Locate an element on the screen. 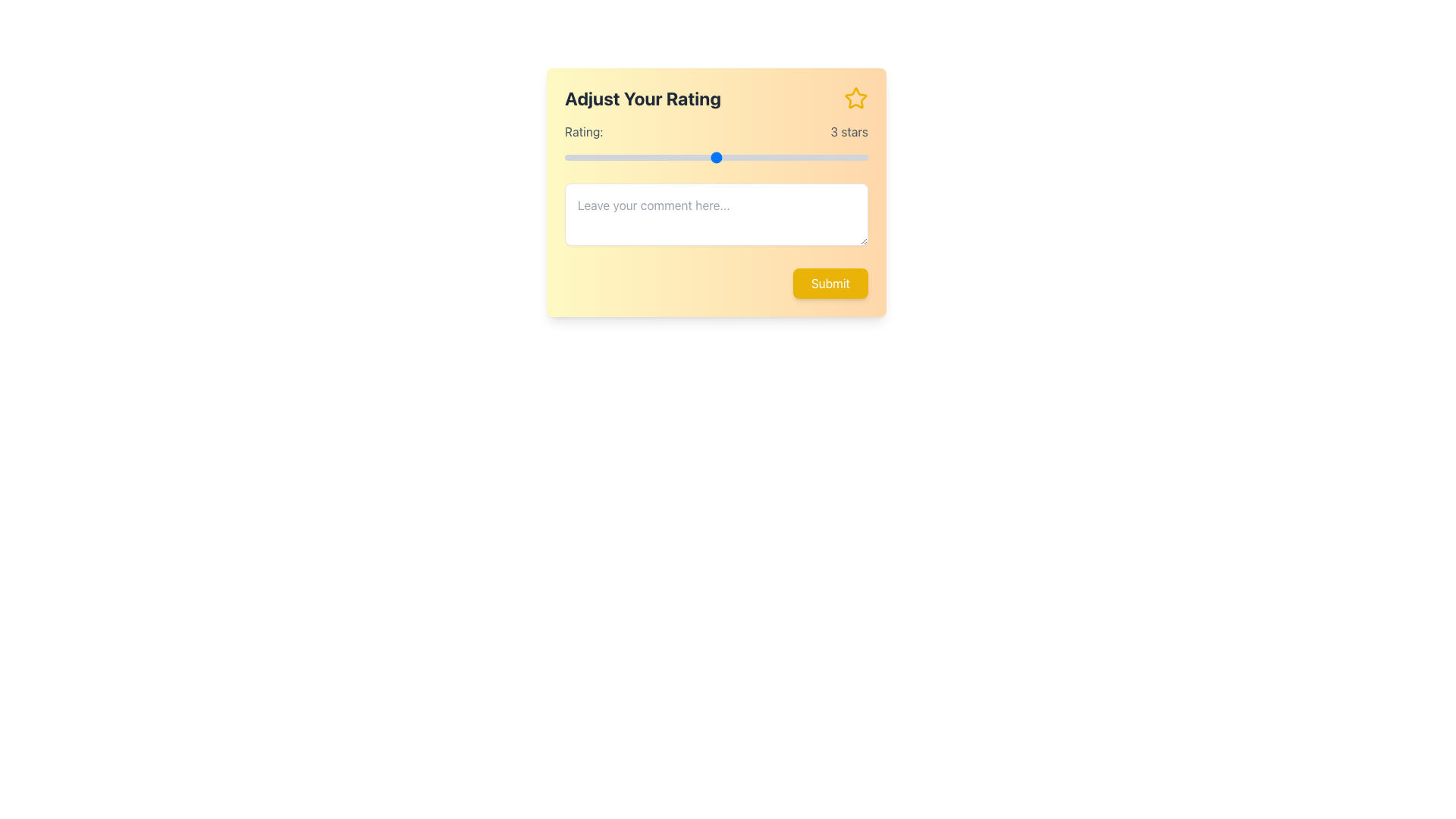 This screenshot has width=1456, height=819. the slider is located at coordinates (563, 158).